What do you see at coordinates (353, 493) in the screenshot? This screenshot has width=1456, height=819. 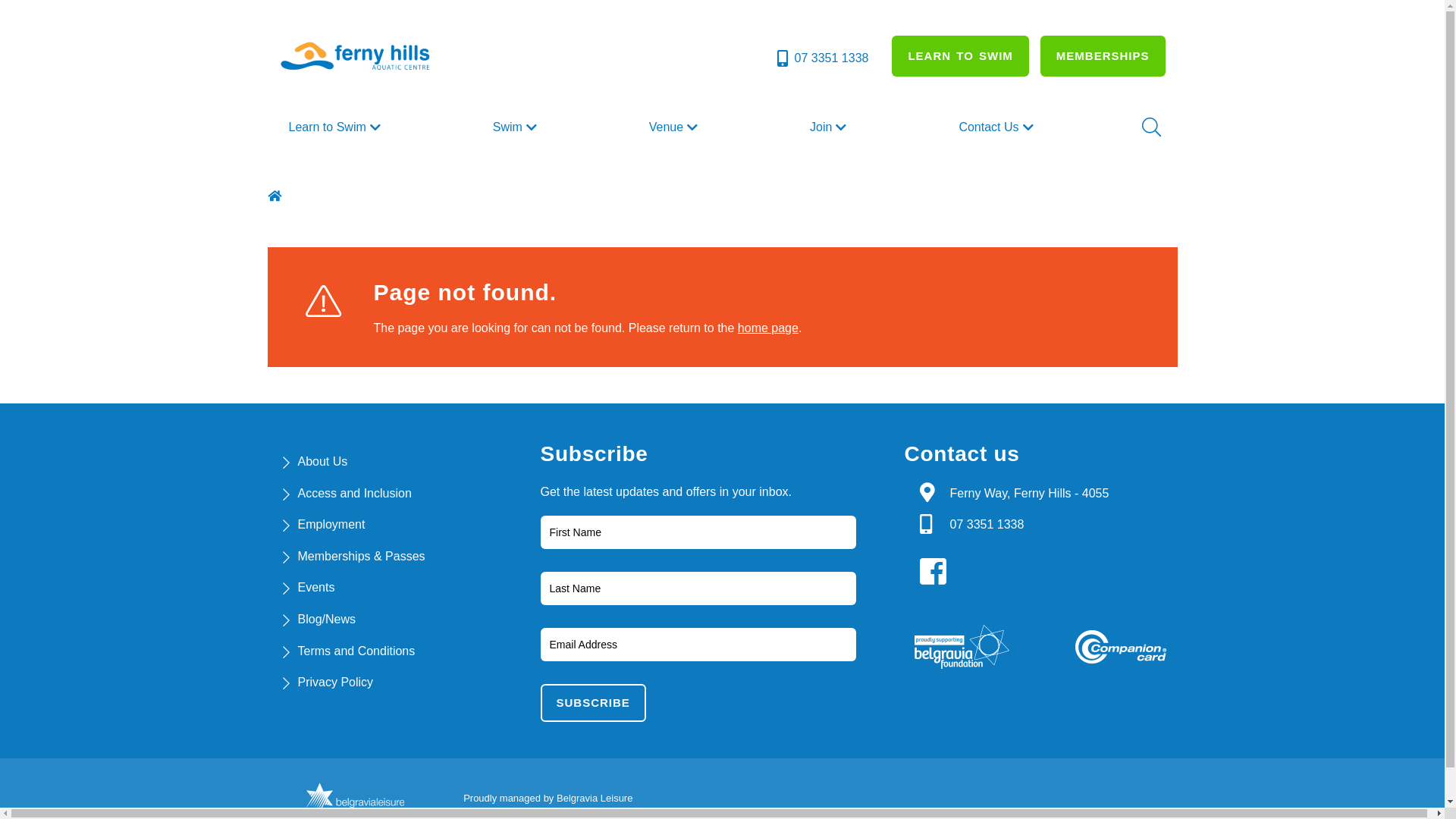 I see `'Access and Inclusion'` at bounding box center [353, 493].